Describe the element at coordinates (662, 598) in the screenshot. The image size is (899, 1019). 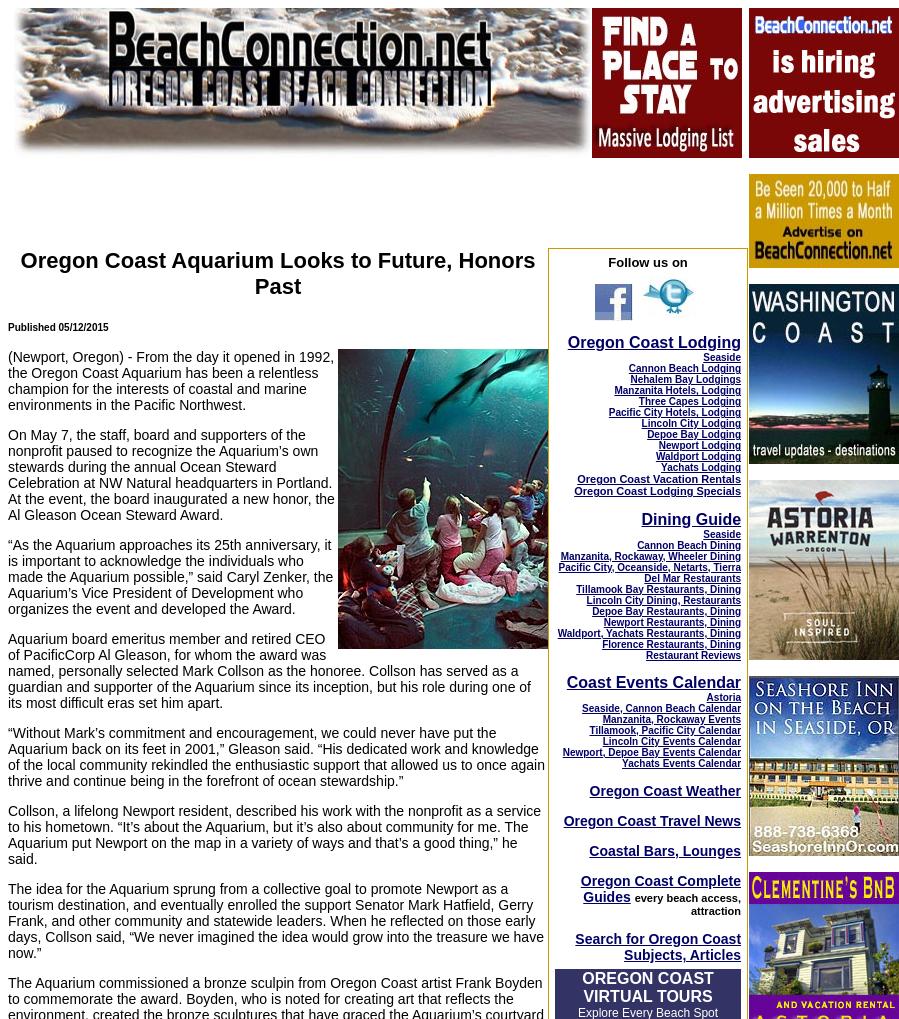
I see `'Lincoln 
                City Dining, Restaurants'` at that location.